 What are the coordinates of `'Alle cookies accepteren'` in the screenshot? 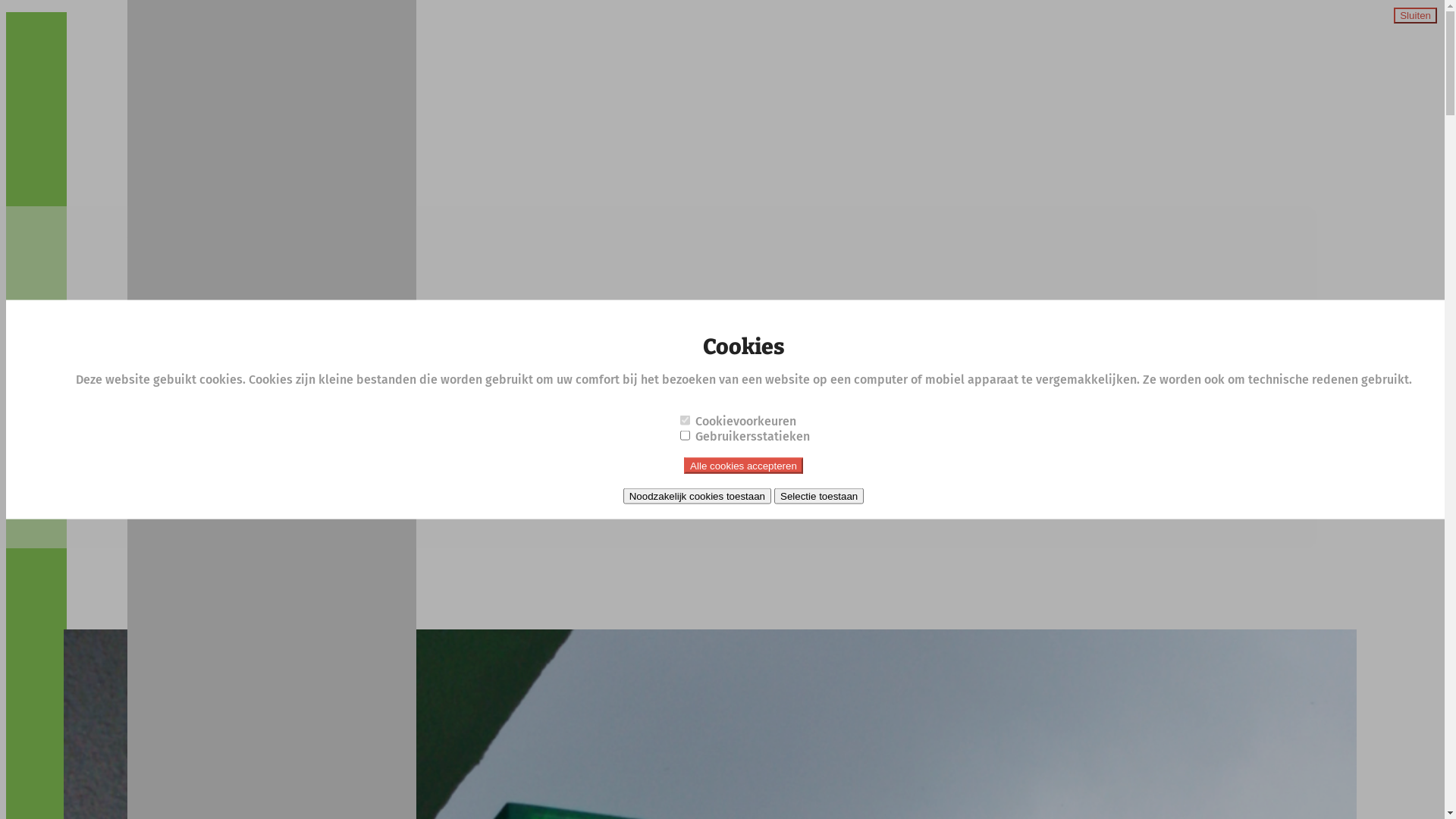 It's located at (743, 464).